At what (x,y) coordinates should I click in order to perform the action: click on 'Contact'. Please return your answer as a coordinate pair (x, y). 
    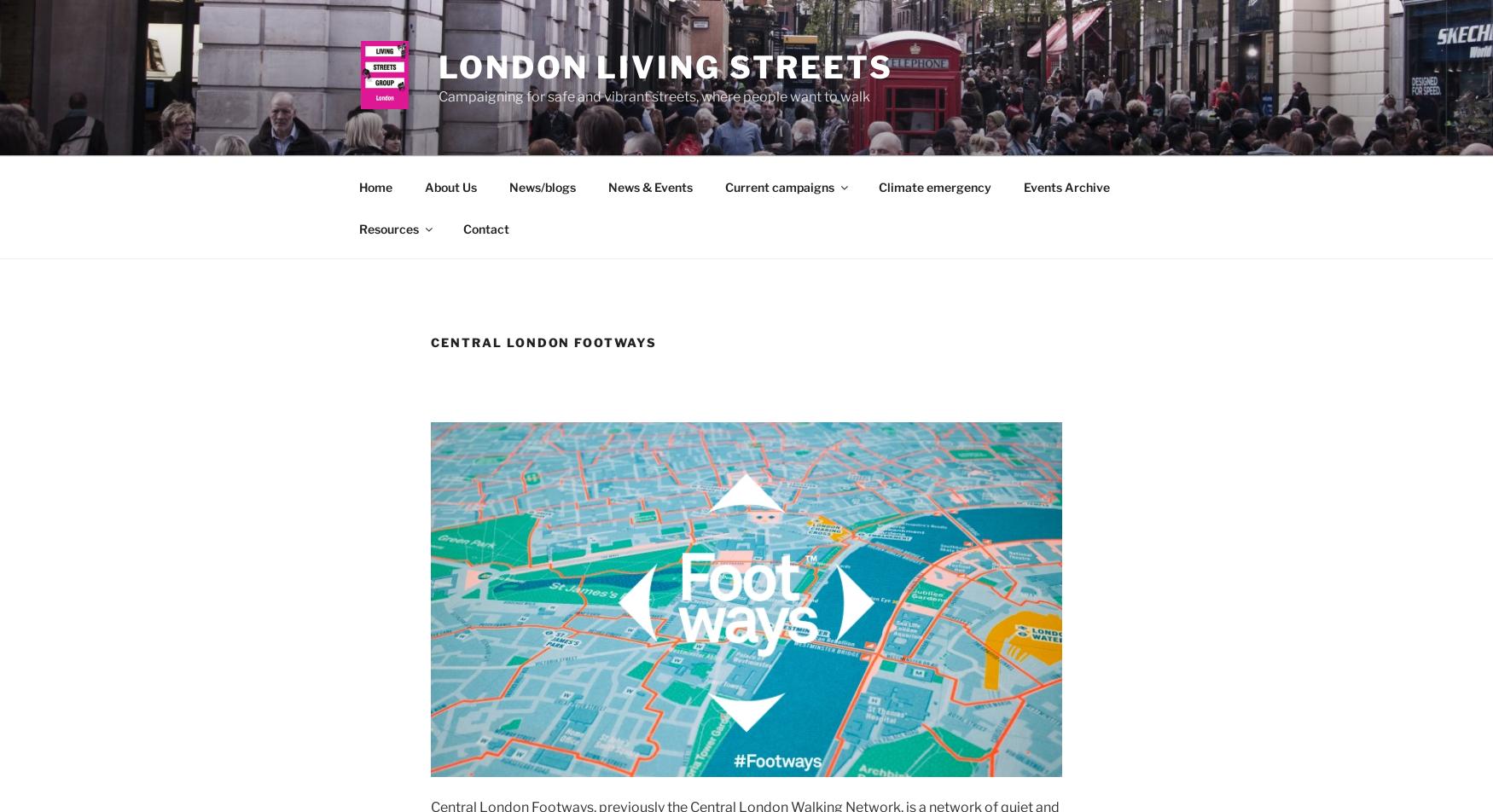
    Looking at the image, I should click on (461, 228).